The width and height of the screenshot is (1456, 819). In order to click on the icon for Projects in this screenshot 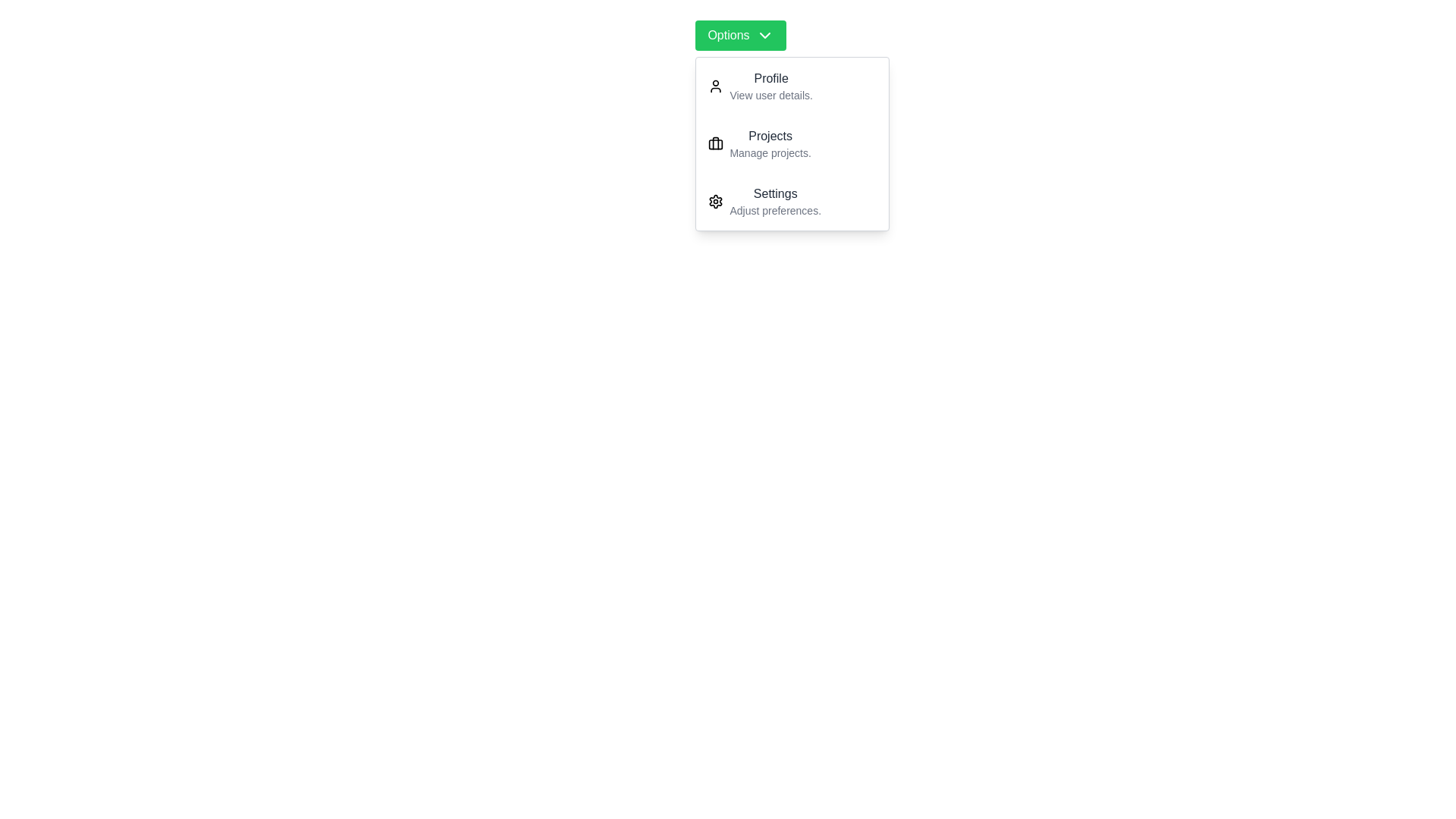, I will do `click(715, 143)`.